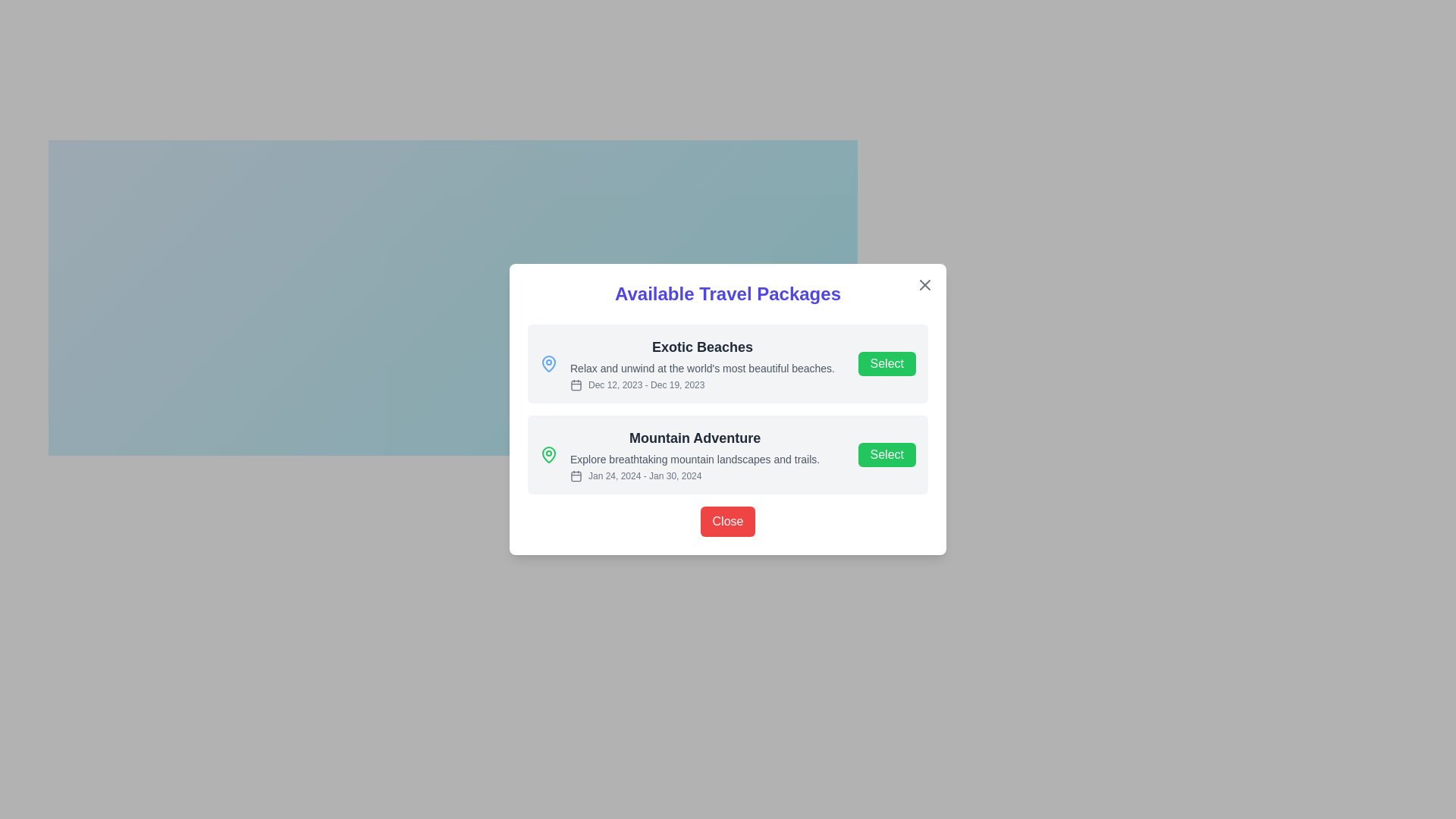 This screenshot has width=1456, height=819. What do you see at coordinates (701, 363) in the screenshot?
I see `the travel package information display located in the first list item of the selection dialog, which includes the destination name, description, and date range, positioned to the right of a blue location pin icon and left of the 'Select' button` at bounding box center [701, 363].